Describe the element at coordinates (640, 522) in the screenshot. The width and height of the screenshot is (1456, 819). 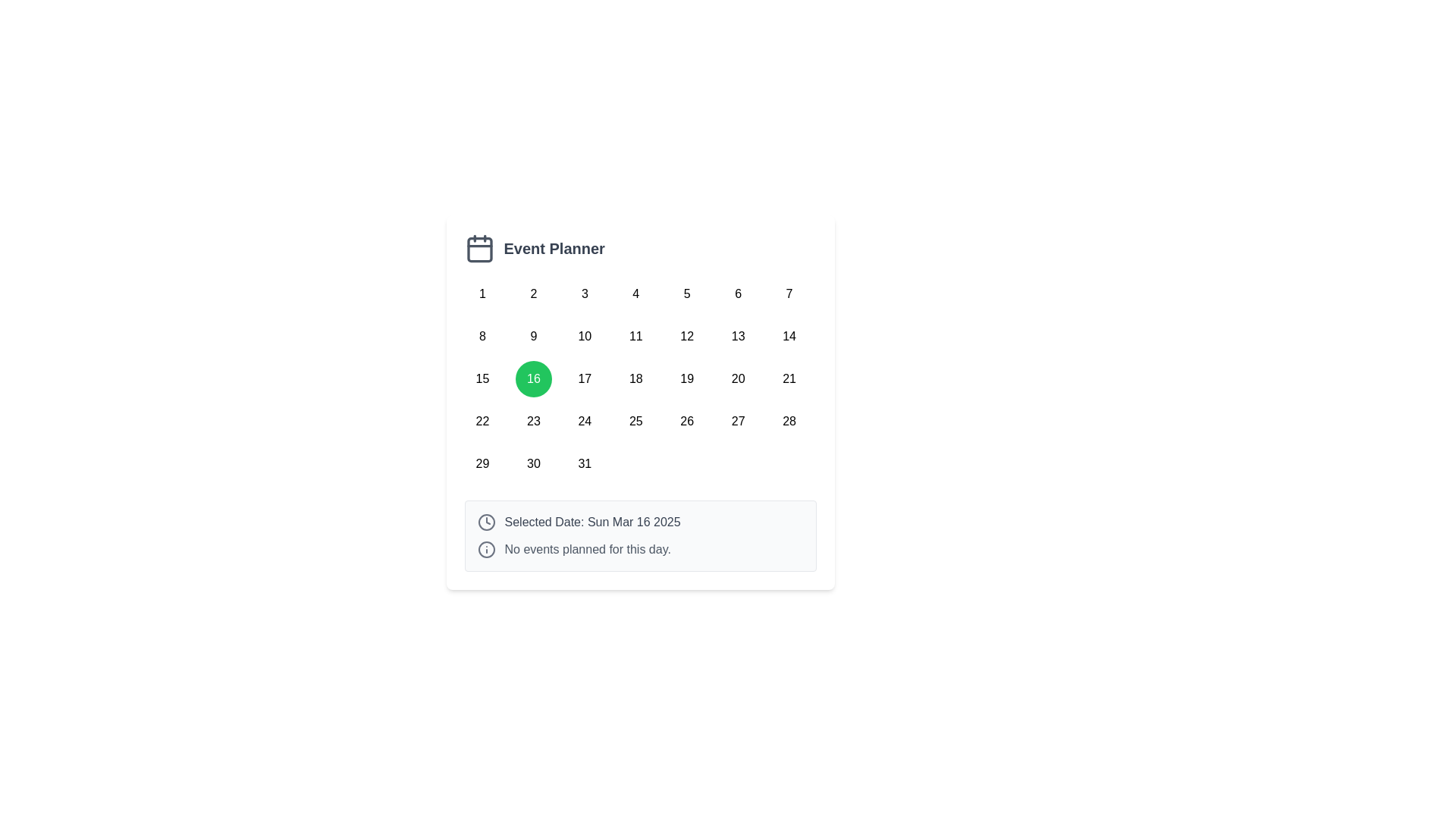
I see `text content of the Text Label with Icon that displays 'Selected Date: Sun Mar 16 2025', which is located in the lower area of the calendar interface` at that location.